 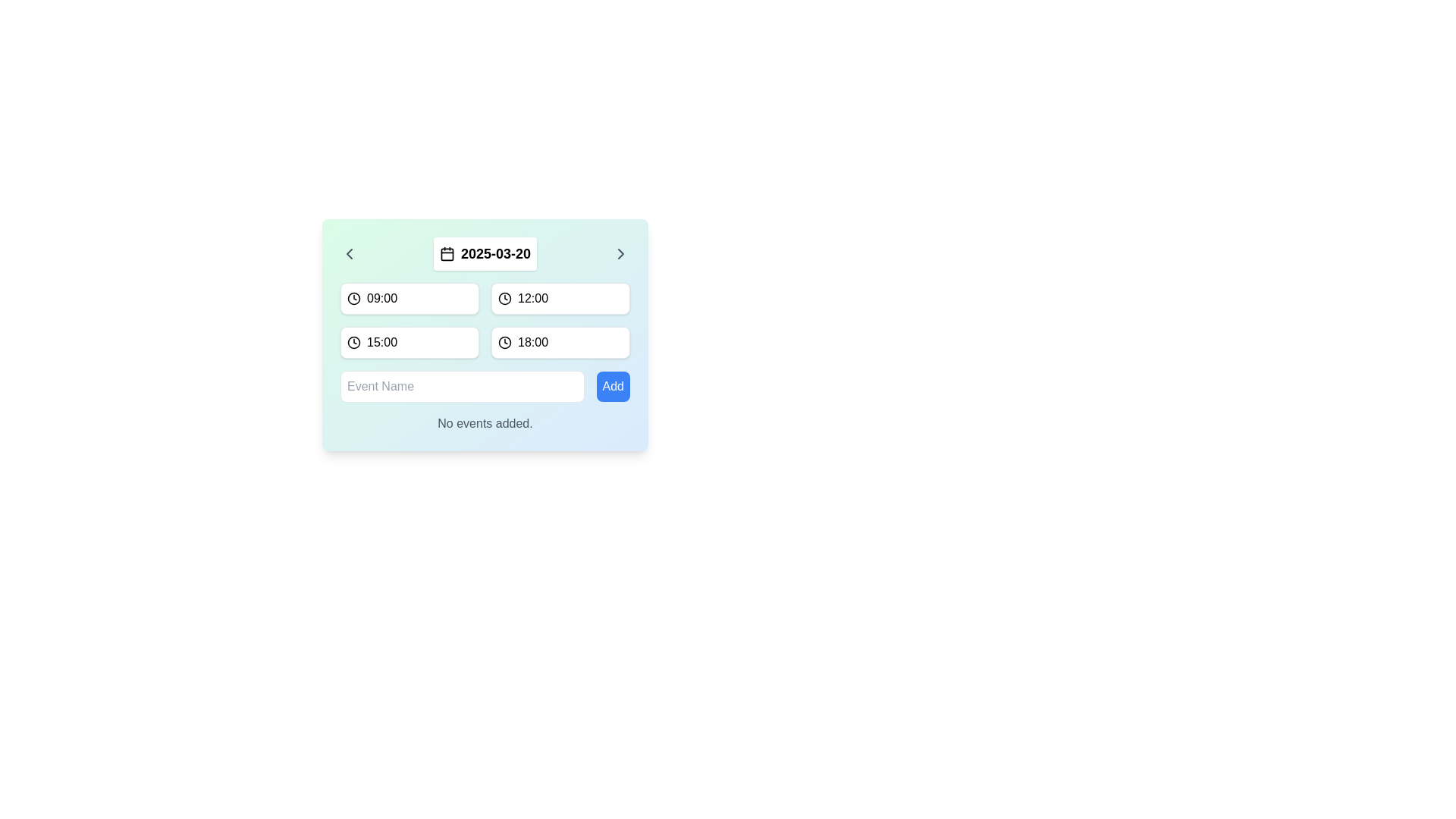 I want to click on the SVG Circle representing the clock icon, which is positioned to the left of the text input field labeled '09:00', so click(x=353, y=298).